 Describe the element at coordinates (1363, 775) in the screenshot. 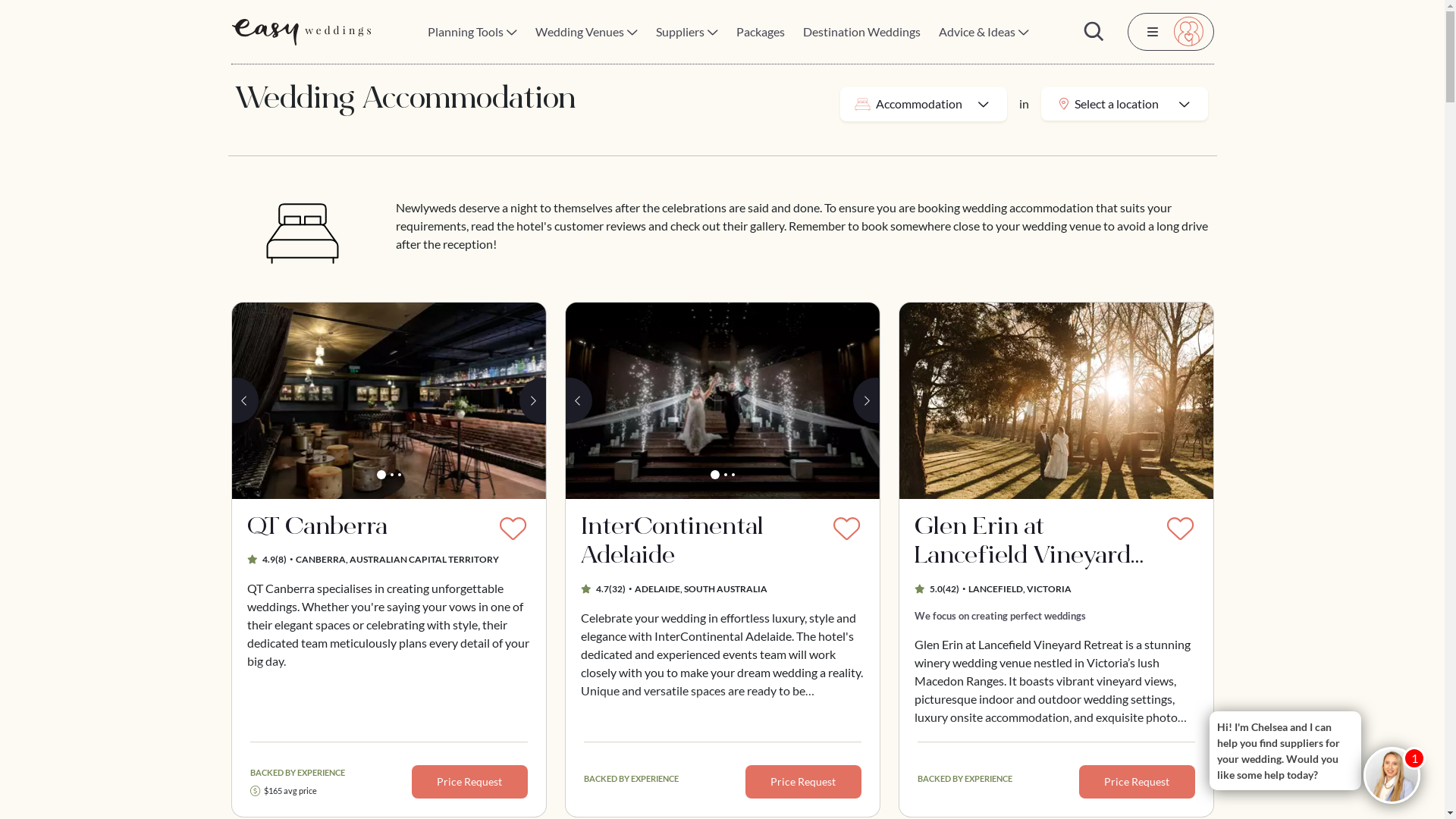

I see `'Chelseabot'` at that location.